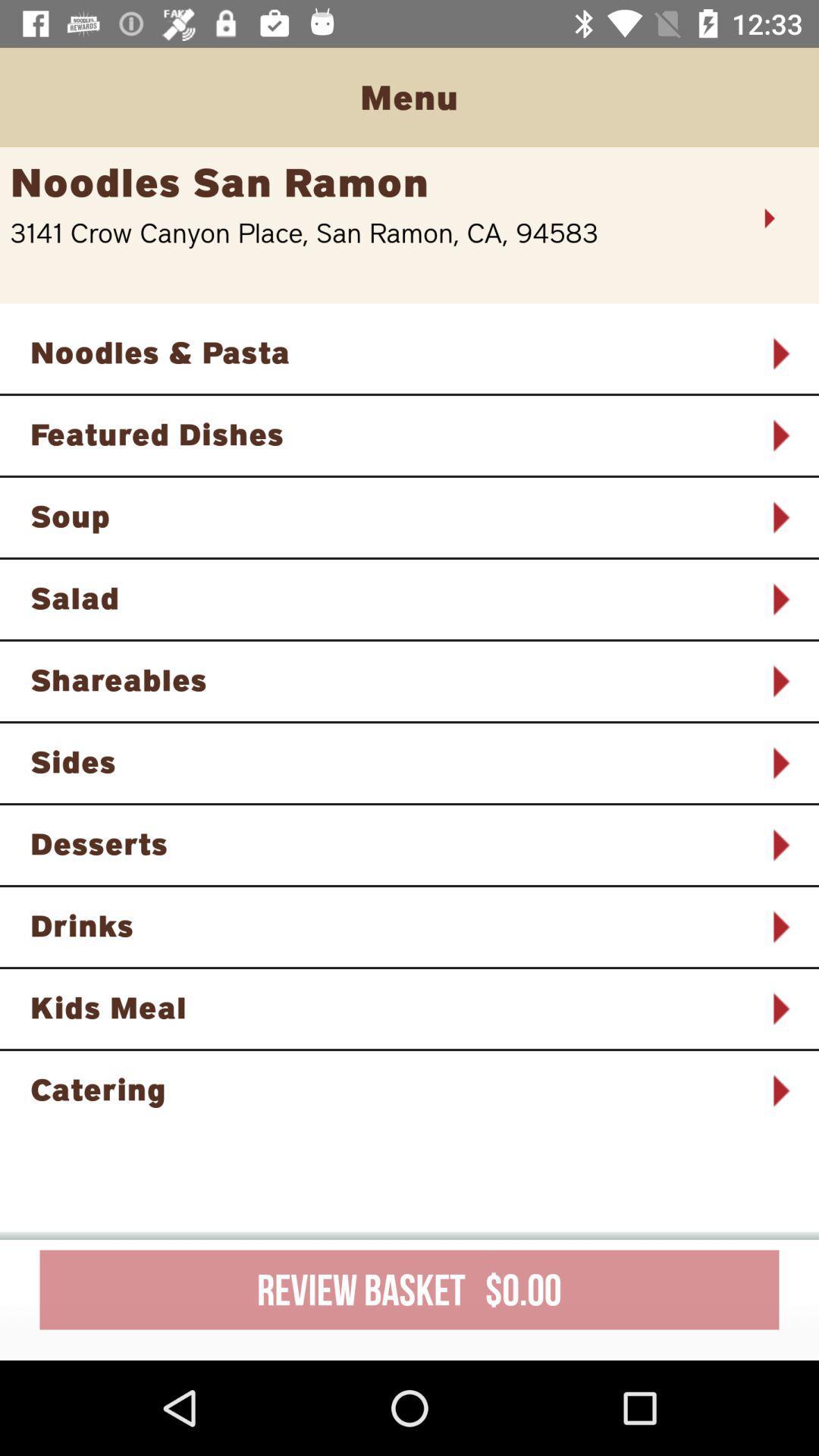 The image size is (819, 1456). What do you see at coordinates (780, 1090) in the screenshot?
I see `the icon to the right of catering  item` at bounding box center [780, 1090].